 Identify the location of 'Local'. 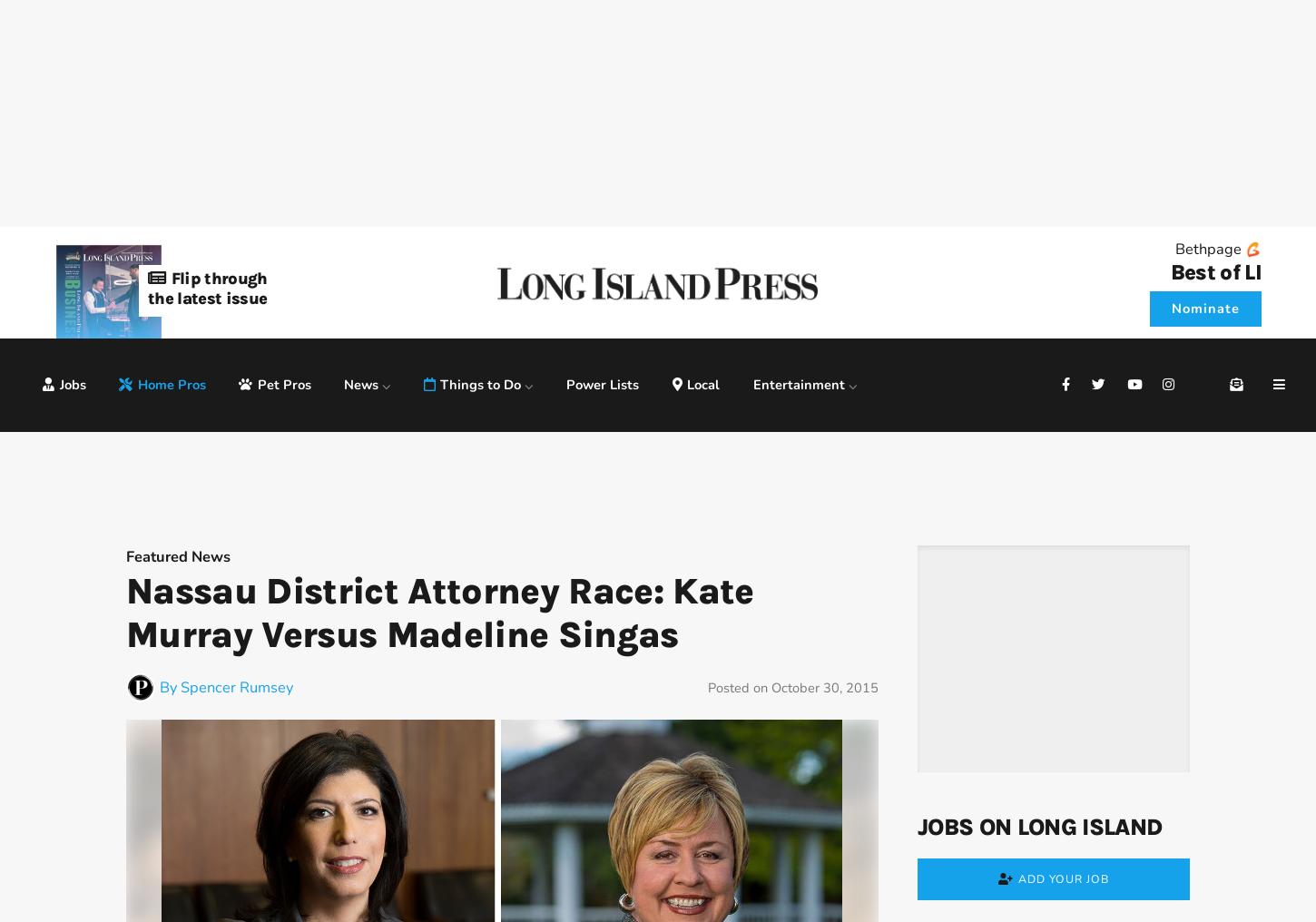
(703, 383).